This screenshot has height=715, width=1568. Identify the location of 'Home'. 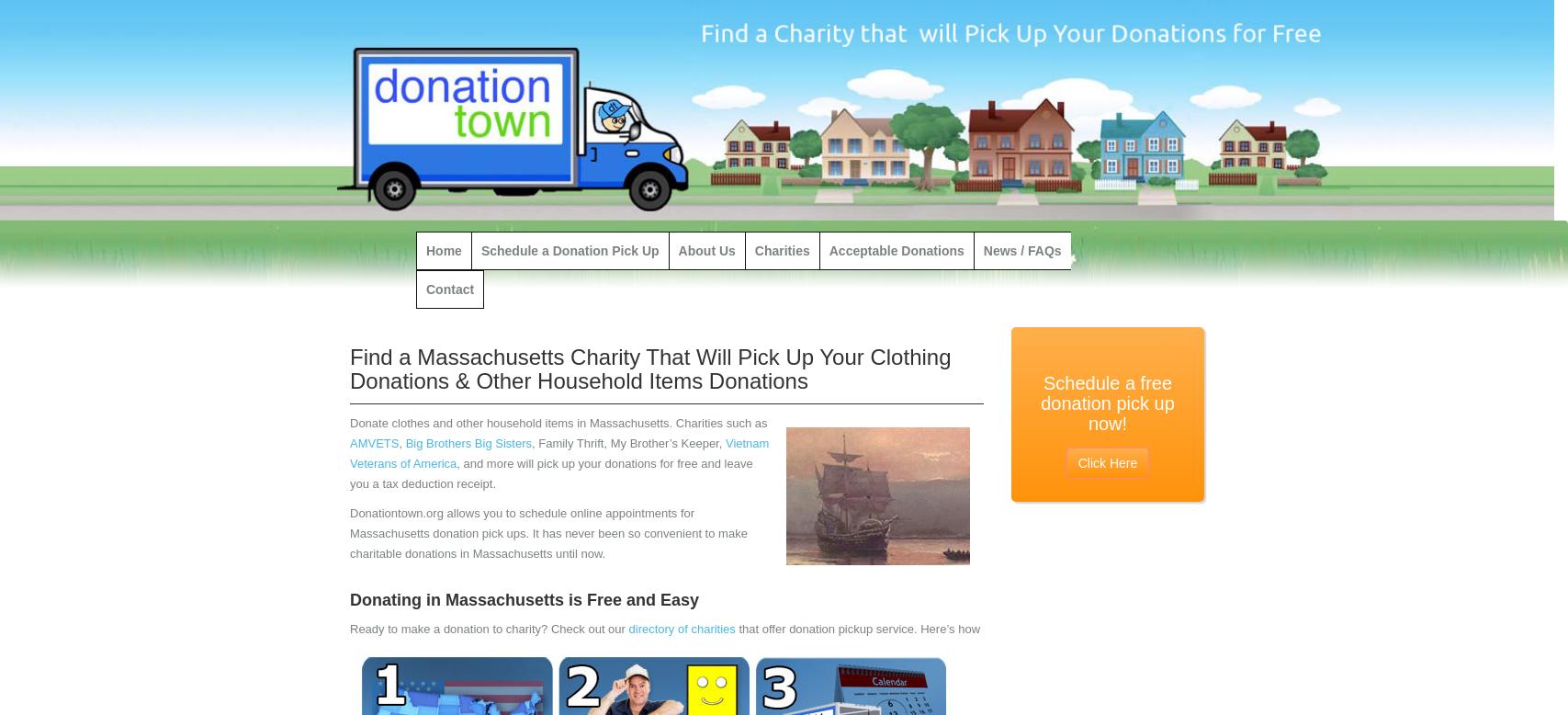
(444, 251).